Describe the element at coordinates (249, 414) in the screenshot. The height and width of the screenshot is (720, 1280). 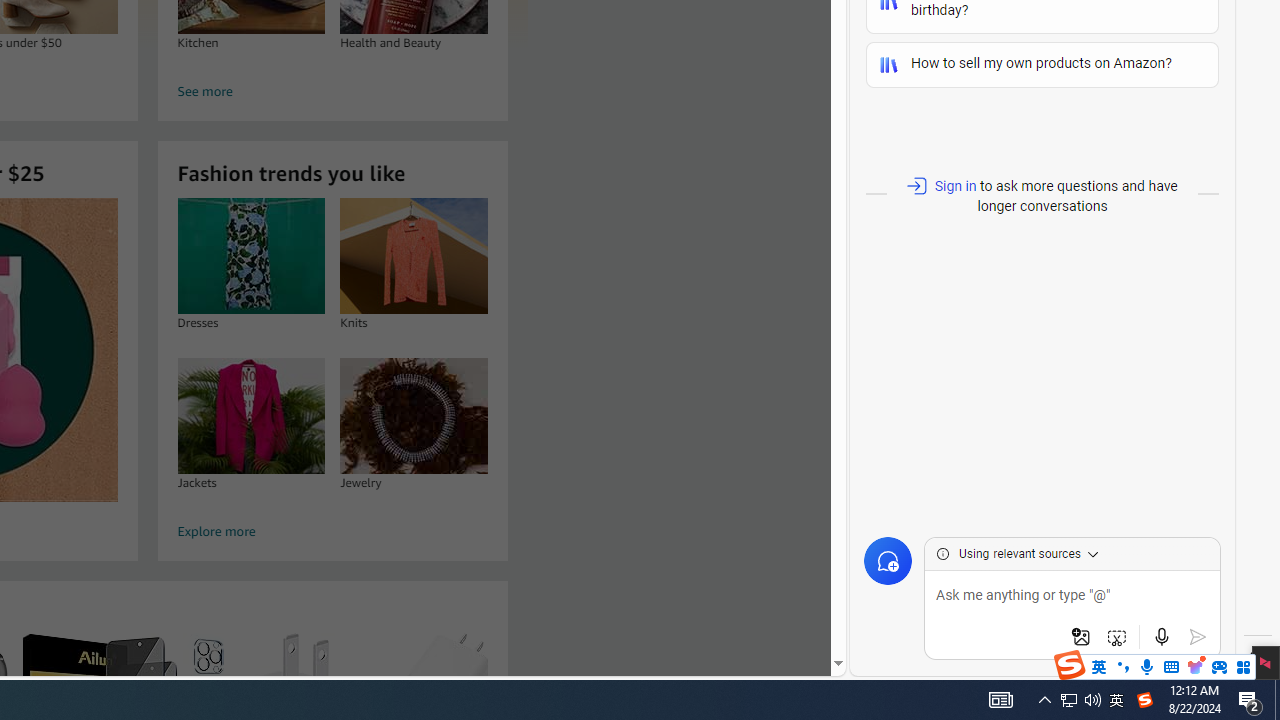
I see `'Jackets'` at that location.